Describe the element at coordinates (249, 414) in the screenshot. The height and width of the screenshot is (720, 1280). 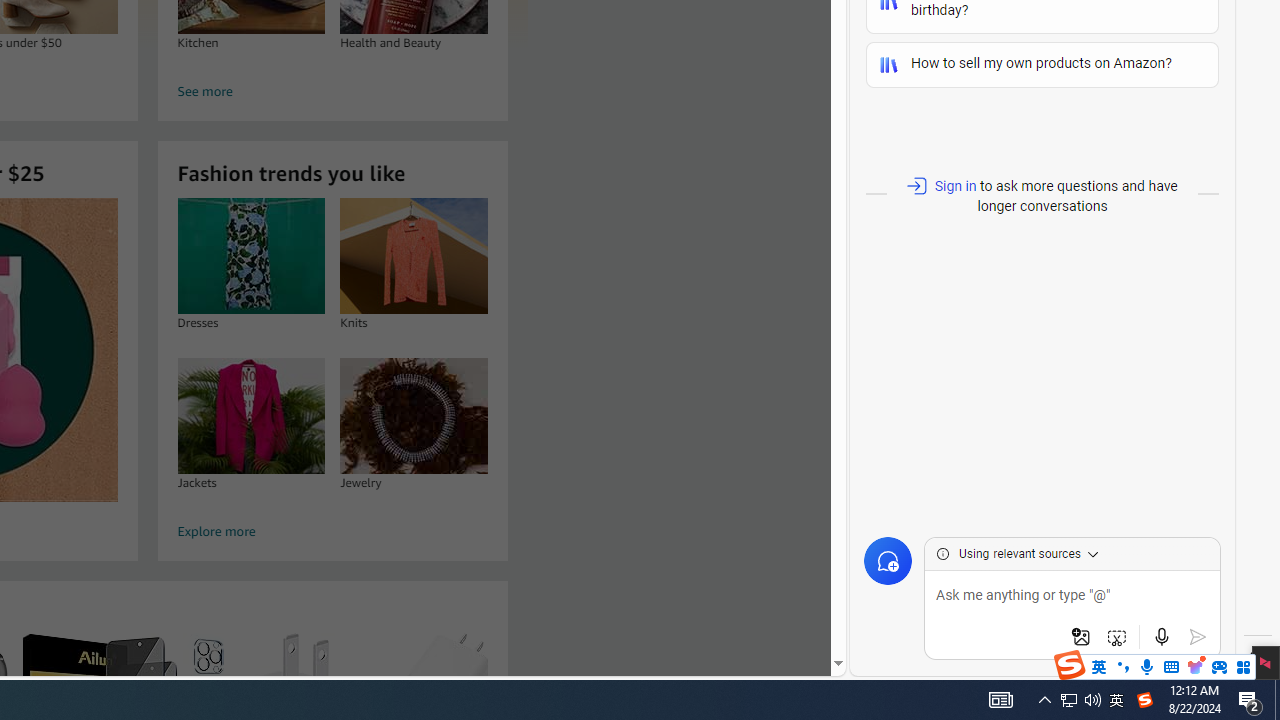
I see `'Jackets'` at that location.